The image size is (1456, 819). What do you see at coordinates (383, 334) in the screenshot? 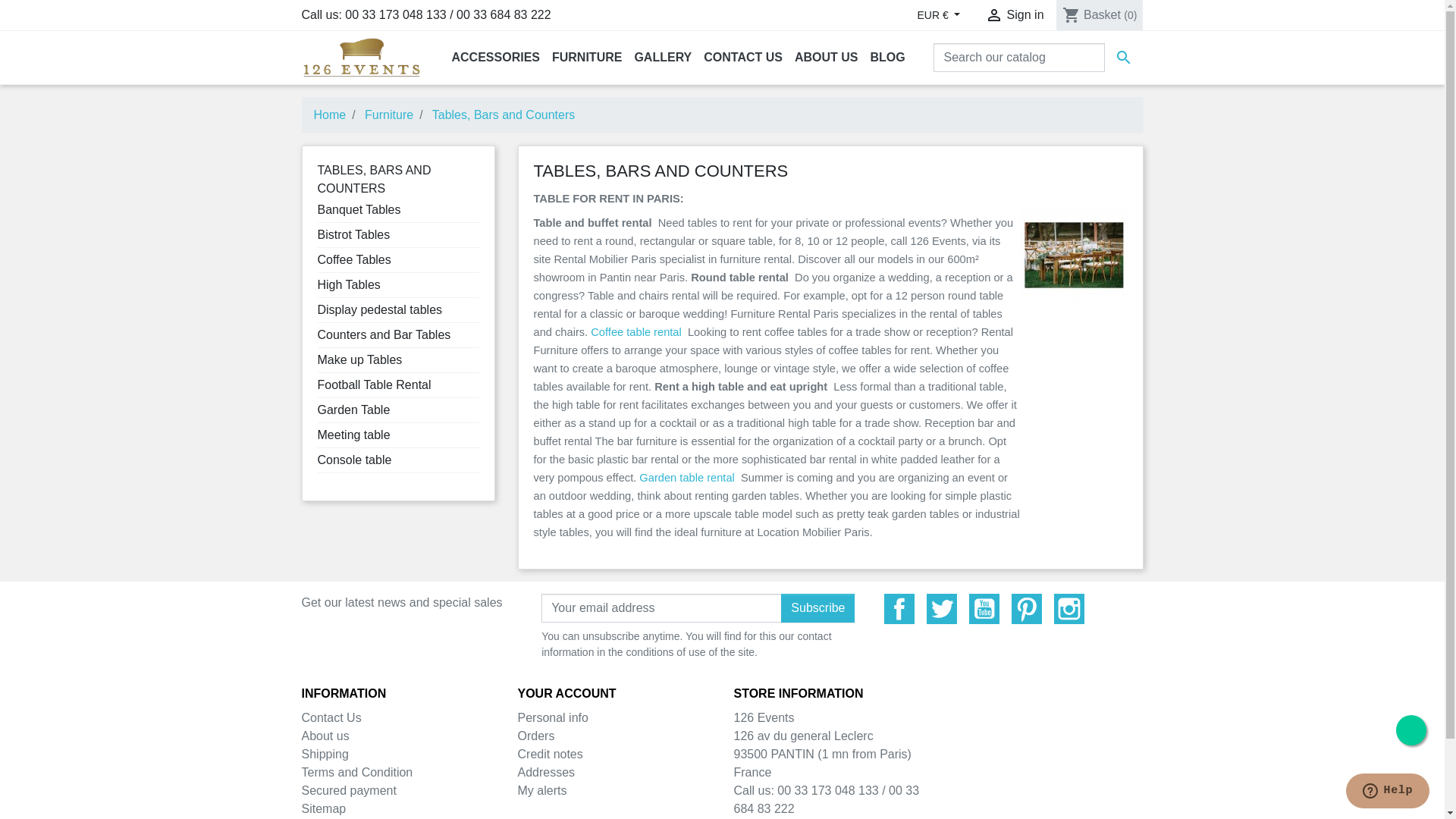
I see `'Counters and Bar Tables'` at bounding box center [383, 334].